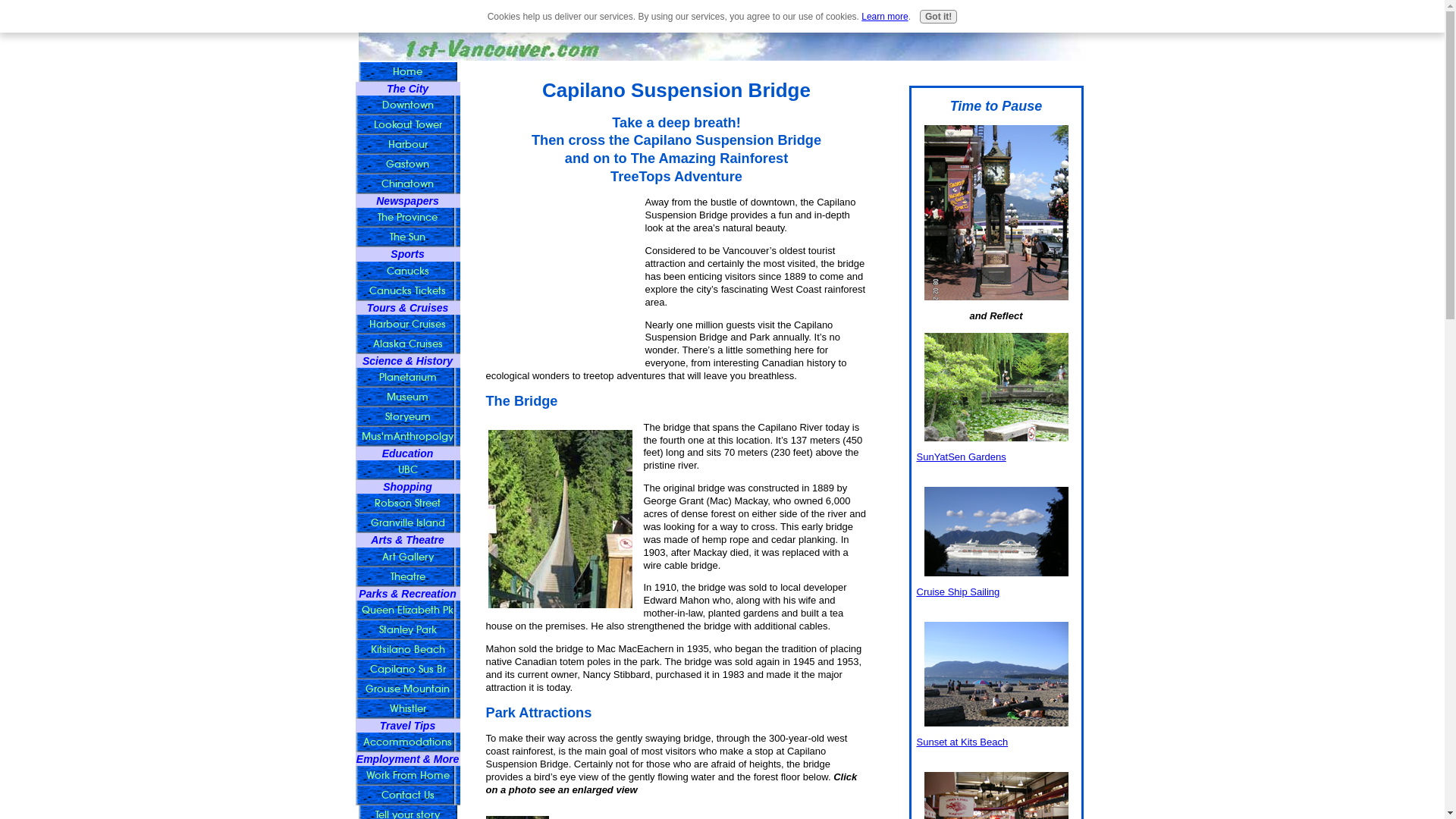  Describe the element at coordinates (407, 376) in the screenshot. I see `'Planetarium'` at that location.